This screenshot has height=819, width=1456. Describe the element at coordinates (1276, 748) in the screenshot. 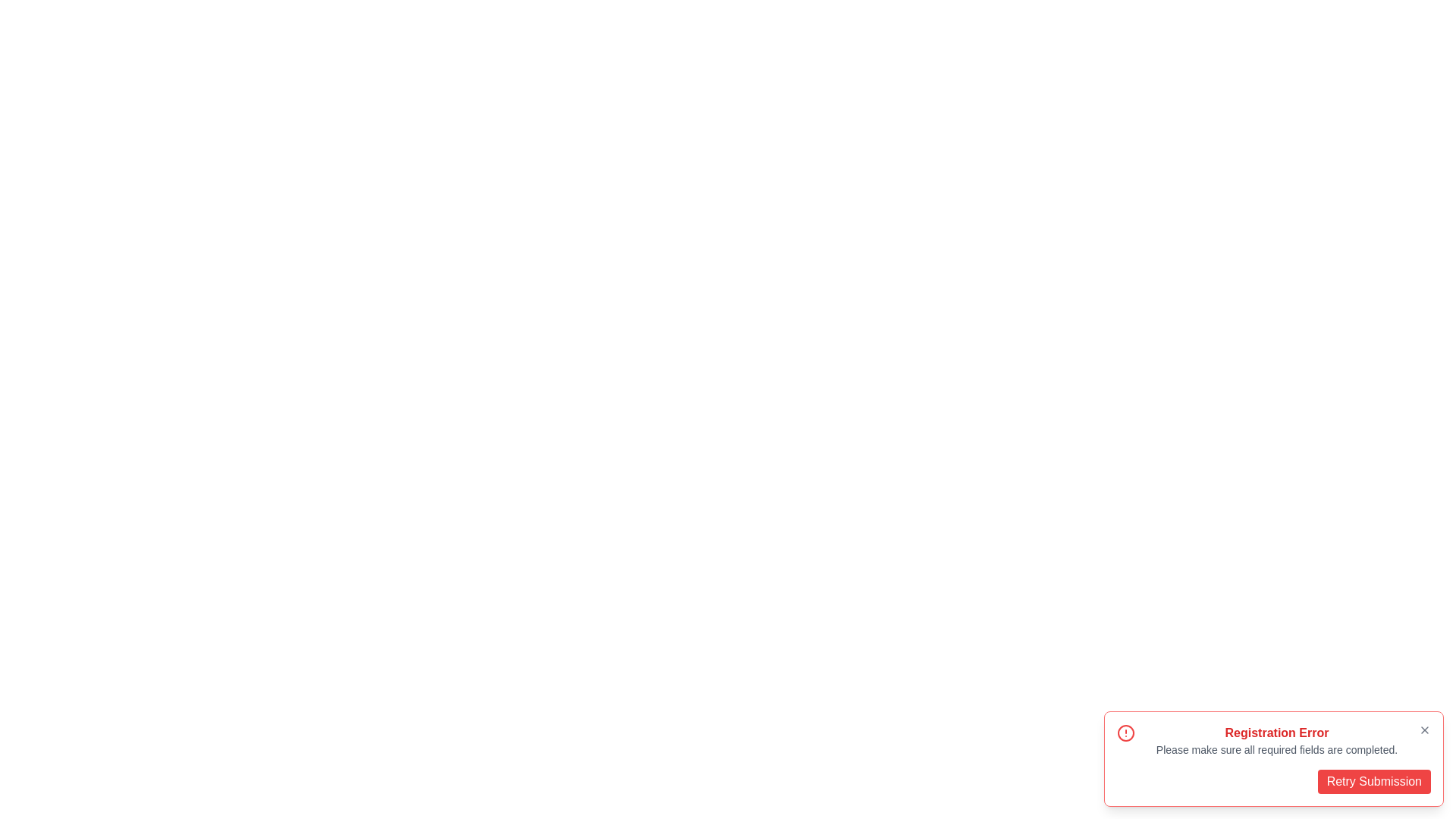

I see `the text label that reads 'Please make sure all required fields are completed.' which is styled with a small font size and gray color, located below the red-colored error title in the error message group` at that location.